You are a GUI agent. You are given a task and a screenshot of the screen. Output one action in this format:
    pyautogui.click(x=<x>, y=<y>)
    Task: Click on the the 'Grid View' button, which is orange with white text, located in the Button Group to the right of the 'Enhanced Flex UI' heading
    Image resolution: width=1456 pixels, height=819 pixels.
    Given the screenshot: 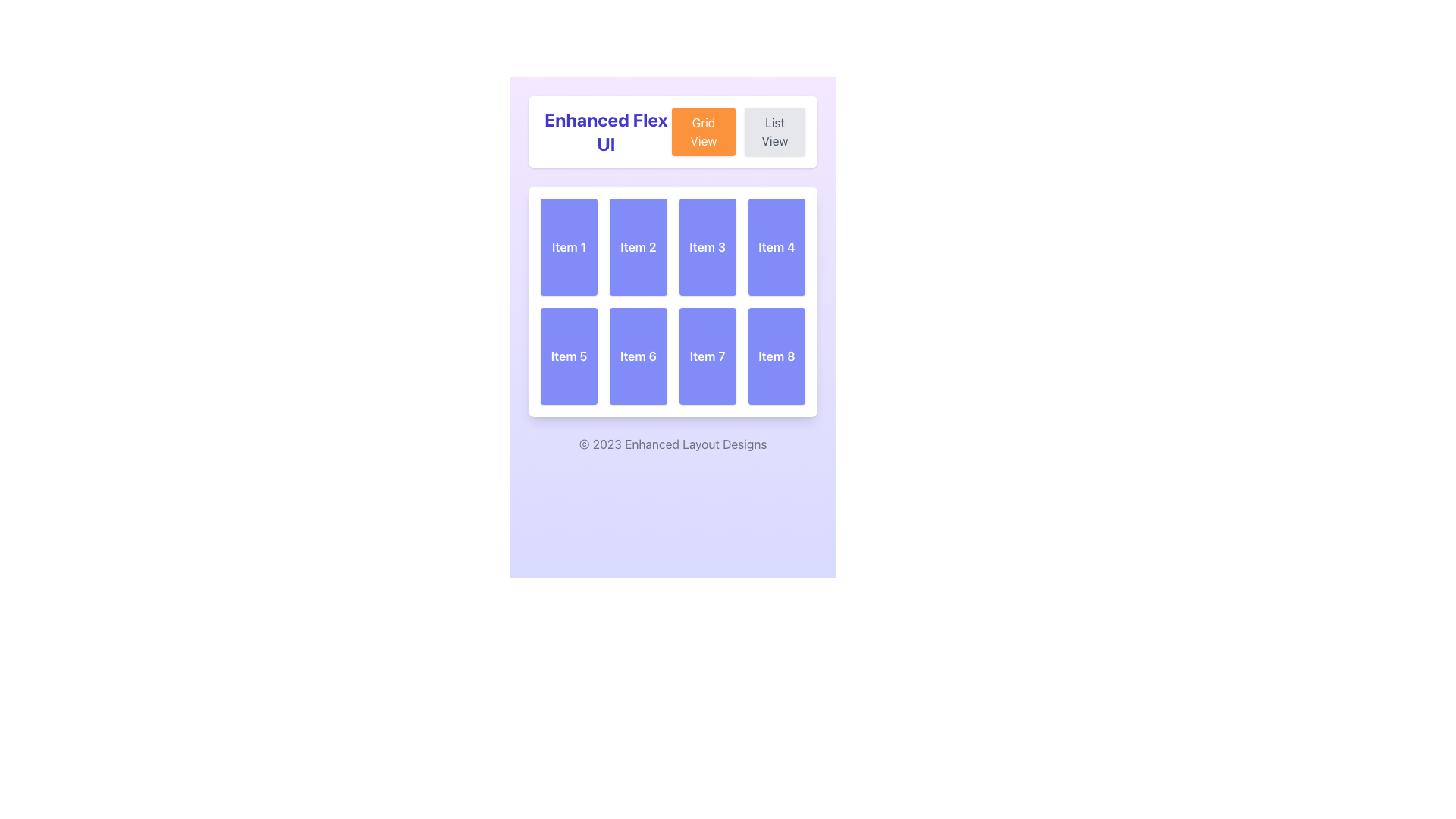 What is the action you would take?
    pyautogui.click(x=739, y=130)
    